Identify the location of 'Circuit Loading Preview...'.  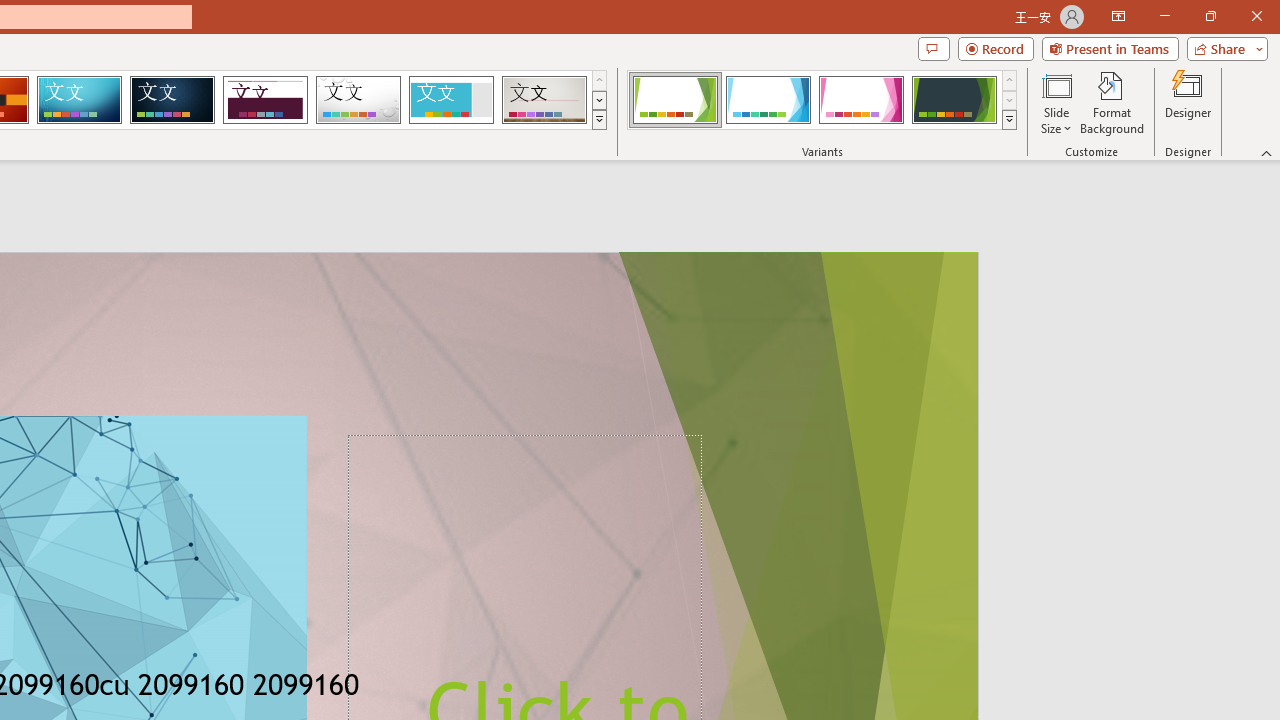
(79, 100).